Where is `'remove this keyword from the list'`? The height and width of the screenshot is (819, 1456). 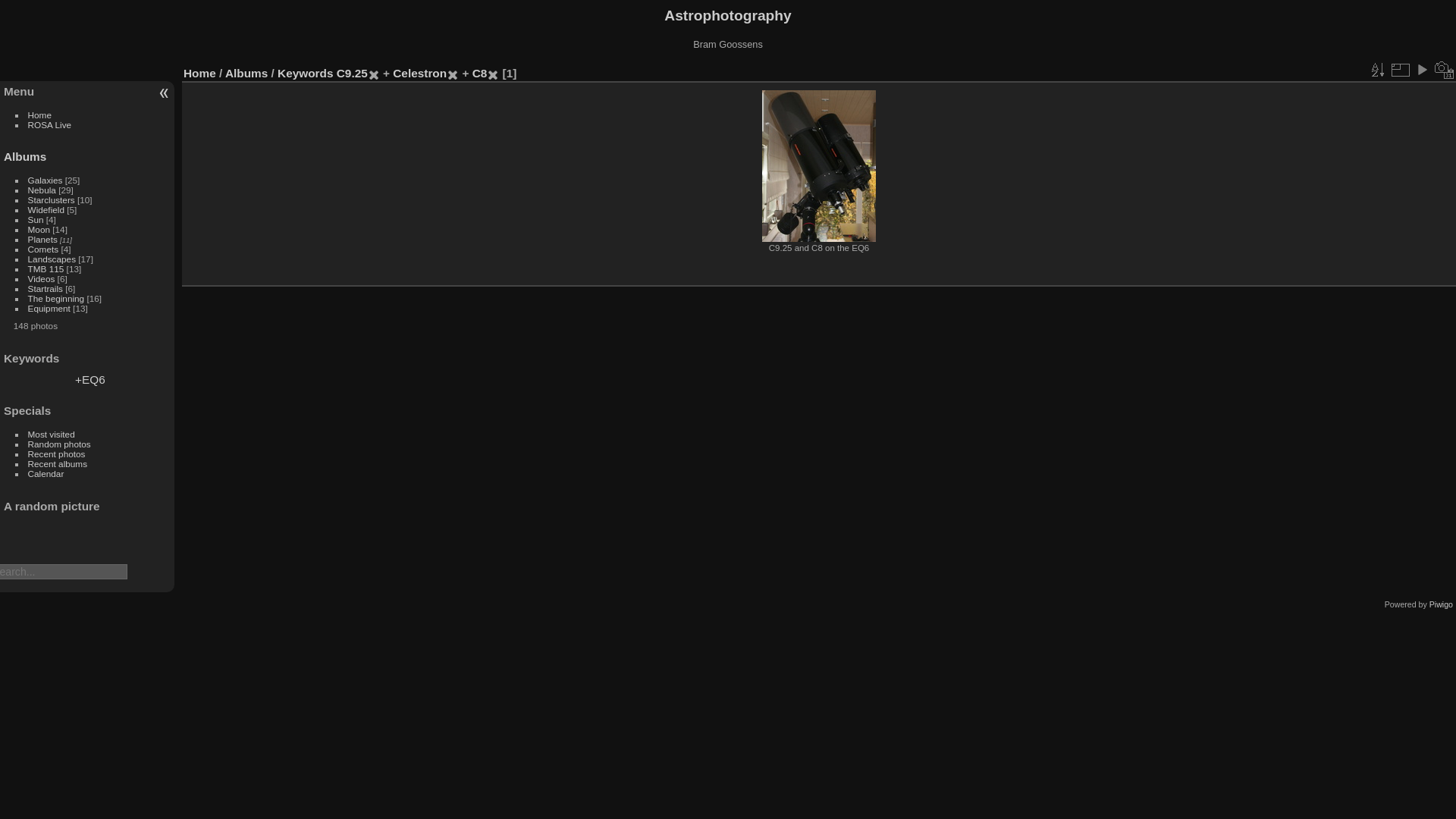 'remove this keyword from the list' is located at coordinates (446, 73).